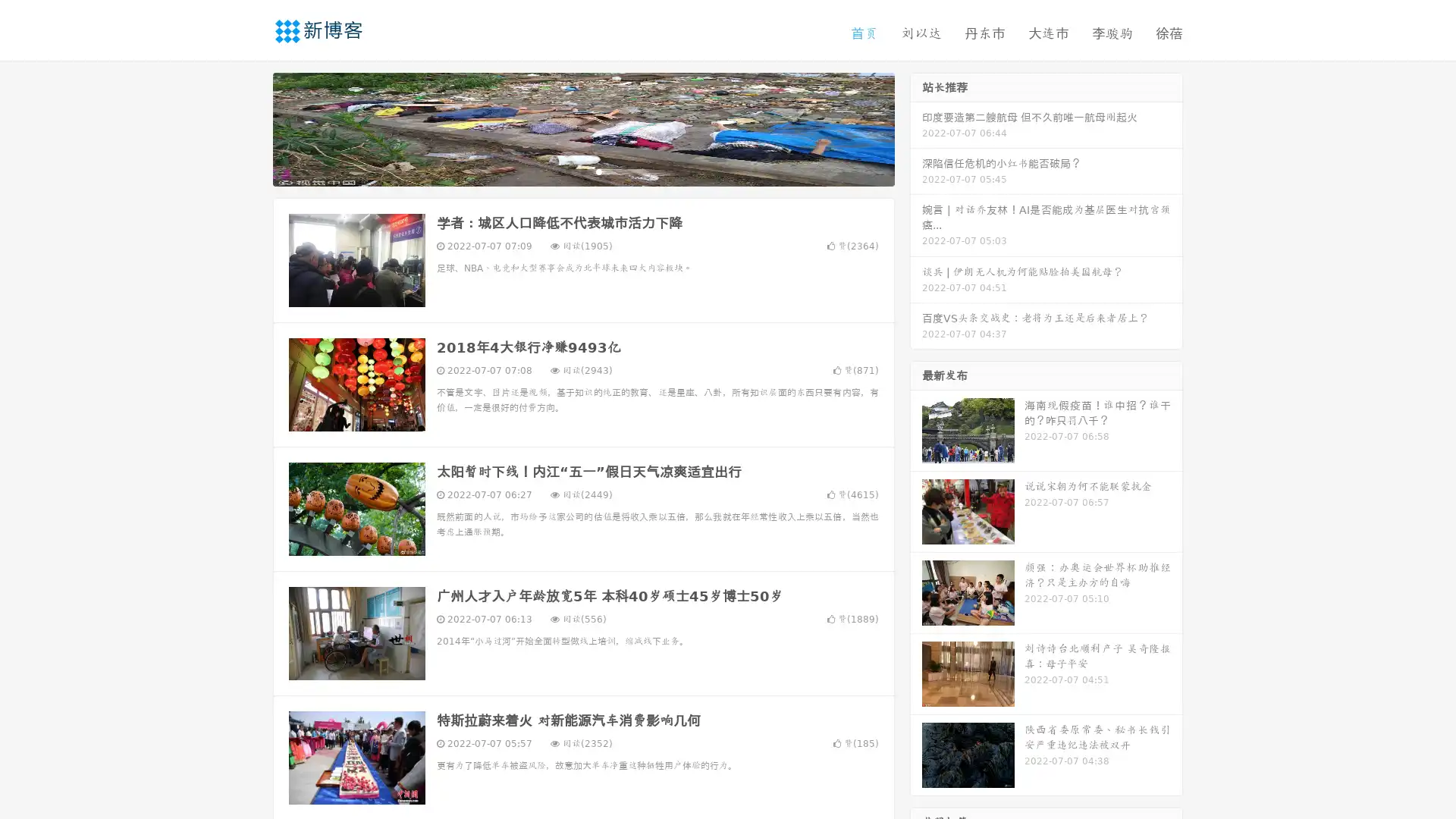 This screenshot has width=1456, height=819. What do you see at coordinates (250, 127) in the screenshot?
I see `Previous slide` at bounding box center [250, 127].